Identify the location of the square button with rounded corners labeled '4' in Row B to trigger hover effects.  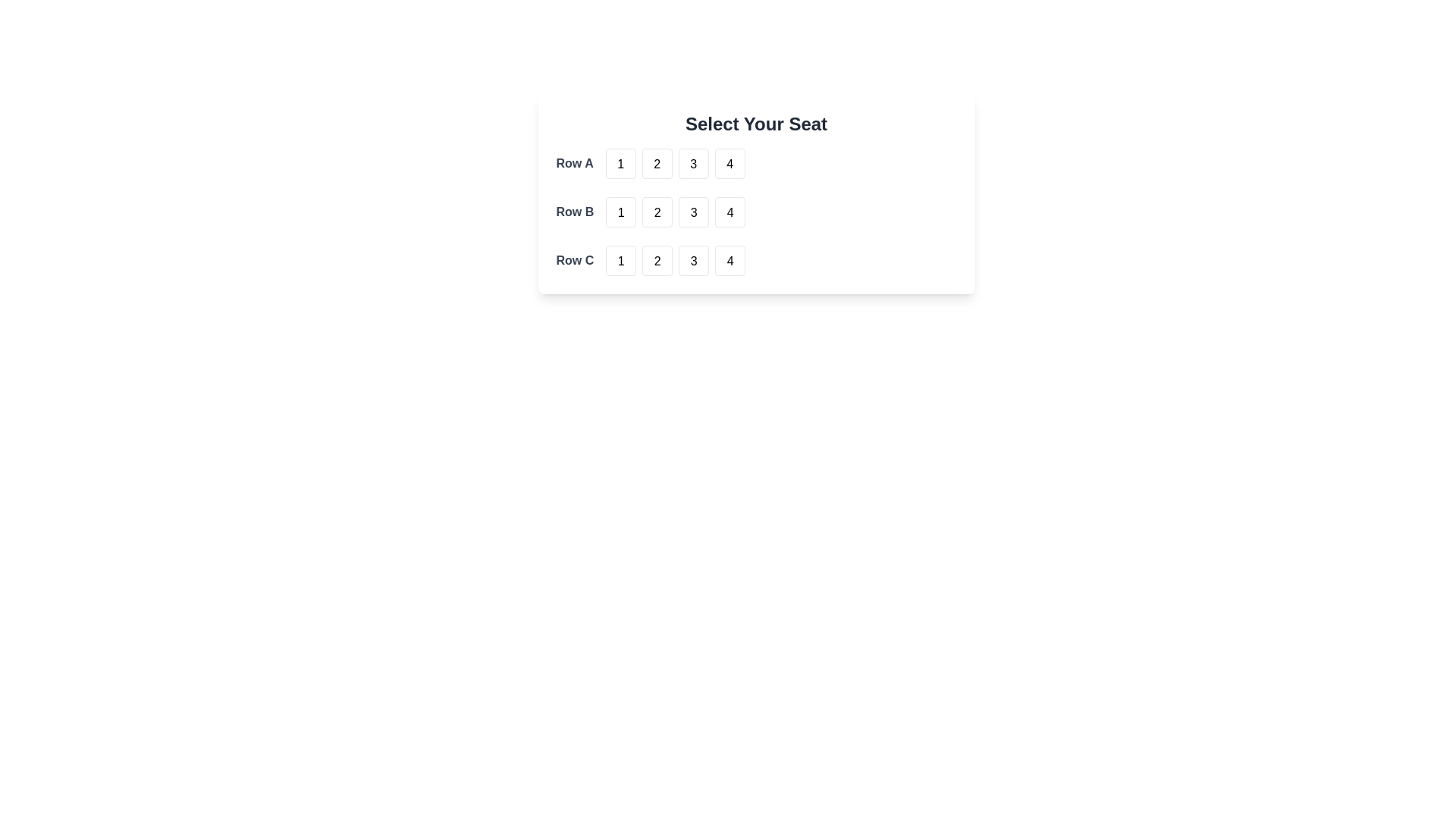
(730, 212).